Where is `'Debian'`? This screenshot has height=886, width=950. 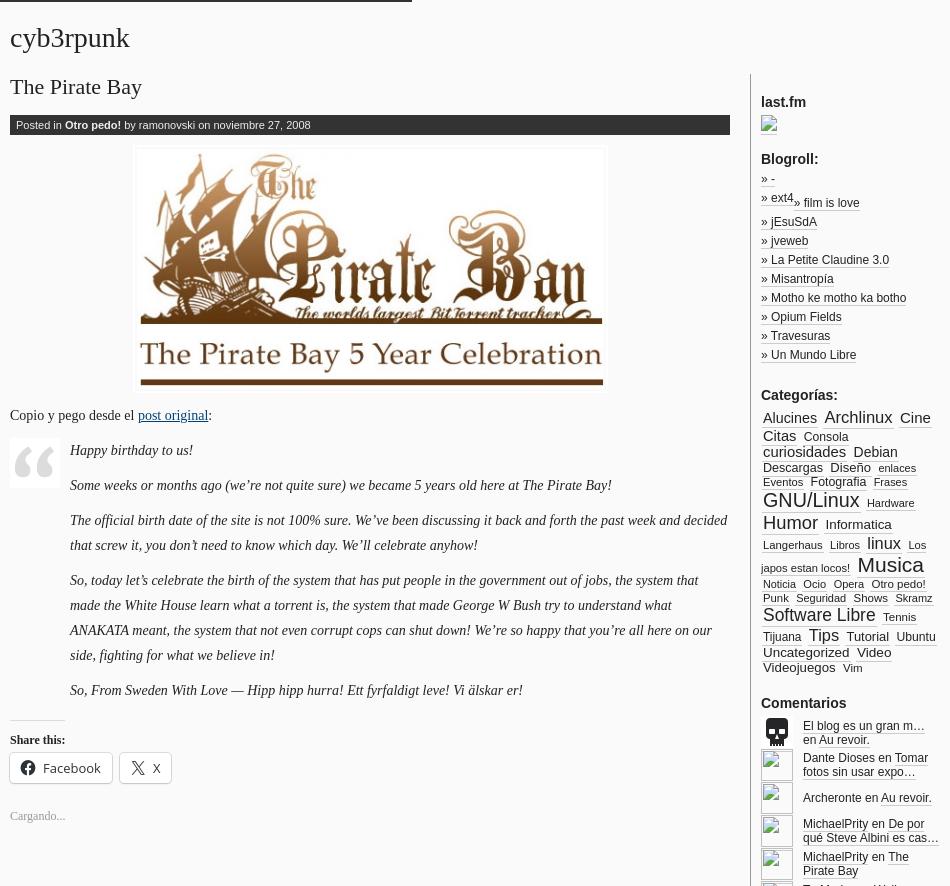
'Debian' is located at coordinates (874, 452).